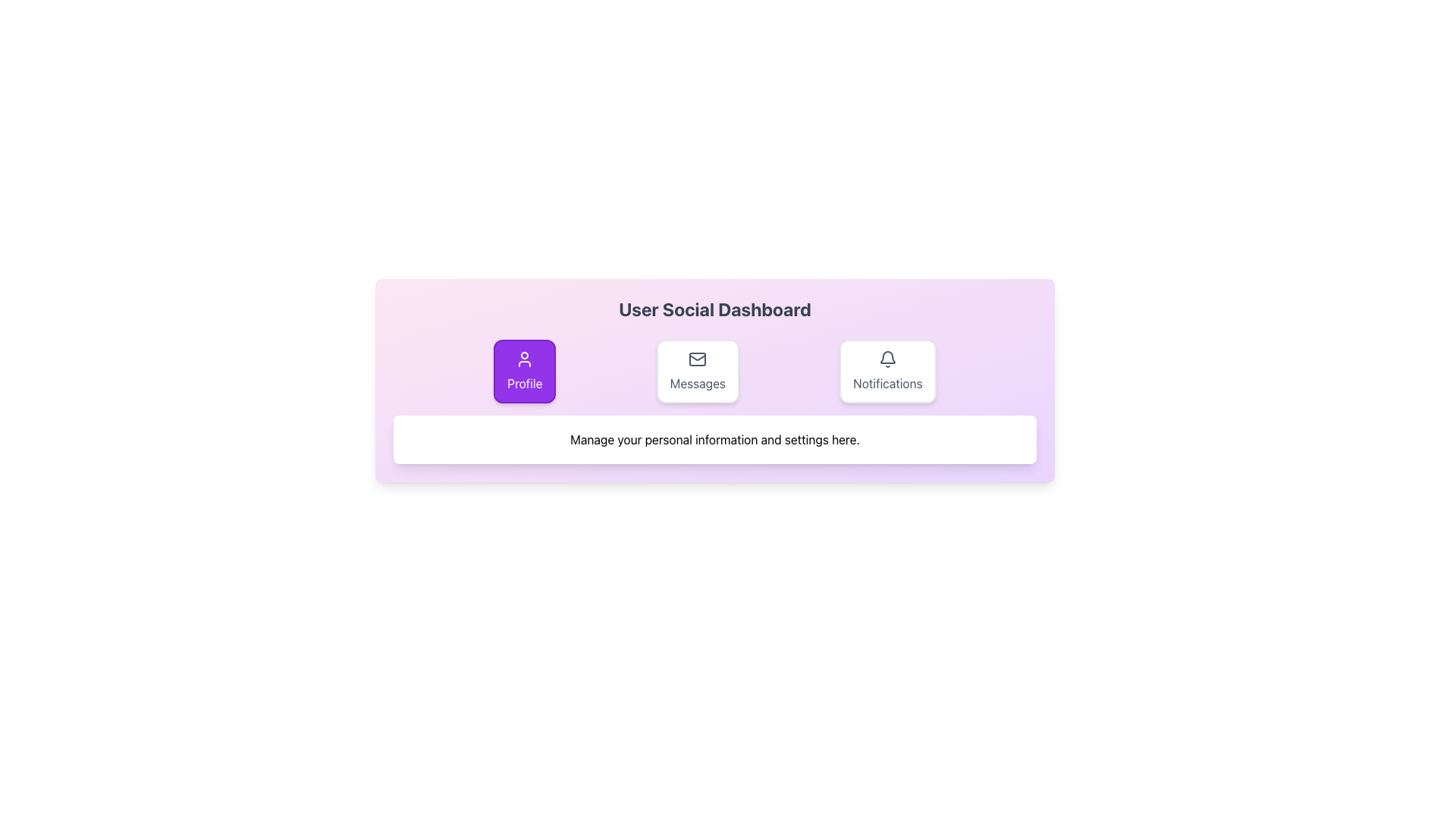 The image size is (1456, 819). I want to click on the third button from the left that navigates to the Notifications section, so click(888, 371).